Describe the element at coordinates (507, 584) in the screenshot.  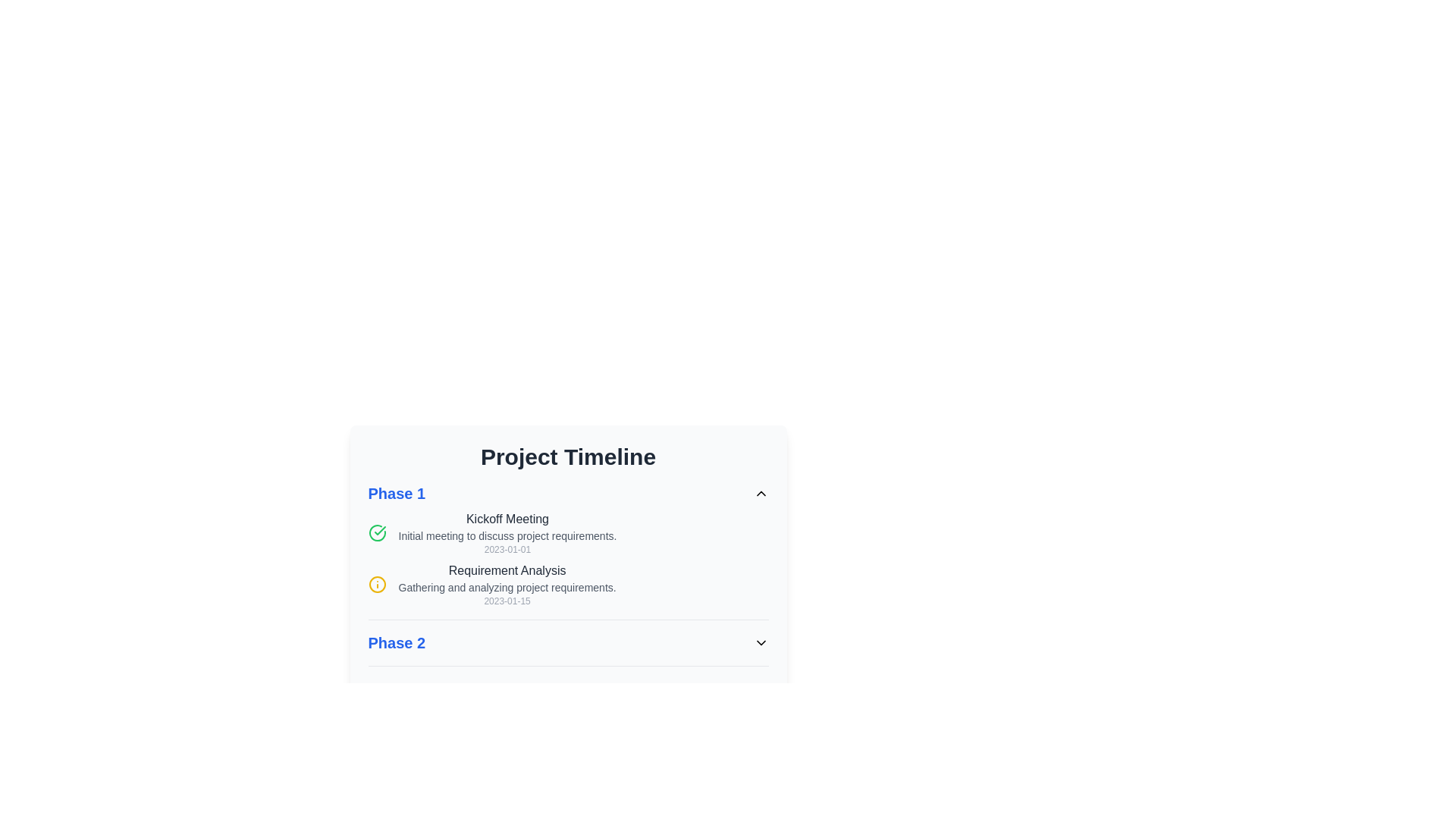
I see `text block containing the title 'Requirement Analysis', subtitle 'Gathering and analyzing project requirements.', and date '2023-01-15', which is positioned below 'Phase 1' and 'Kickoff Meeting'` at that location.